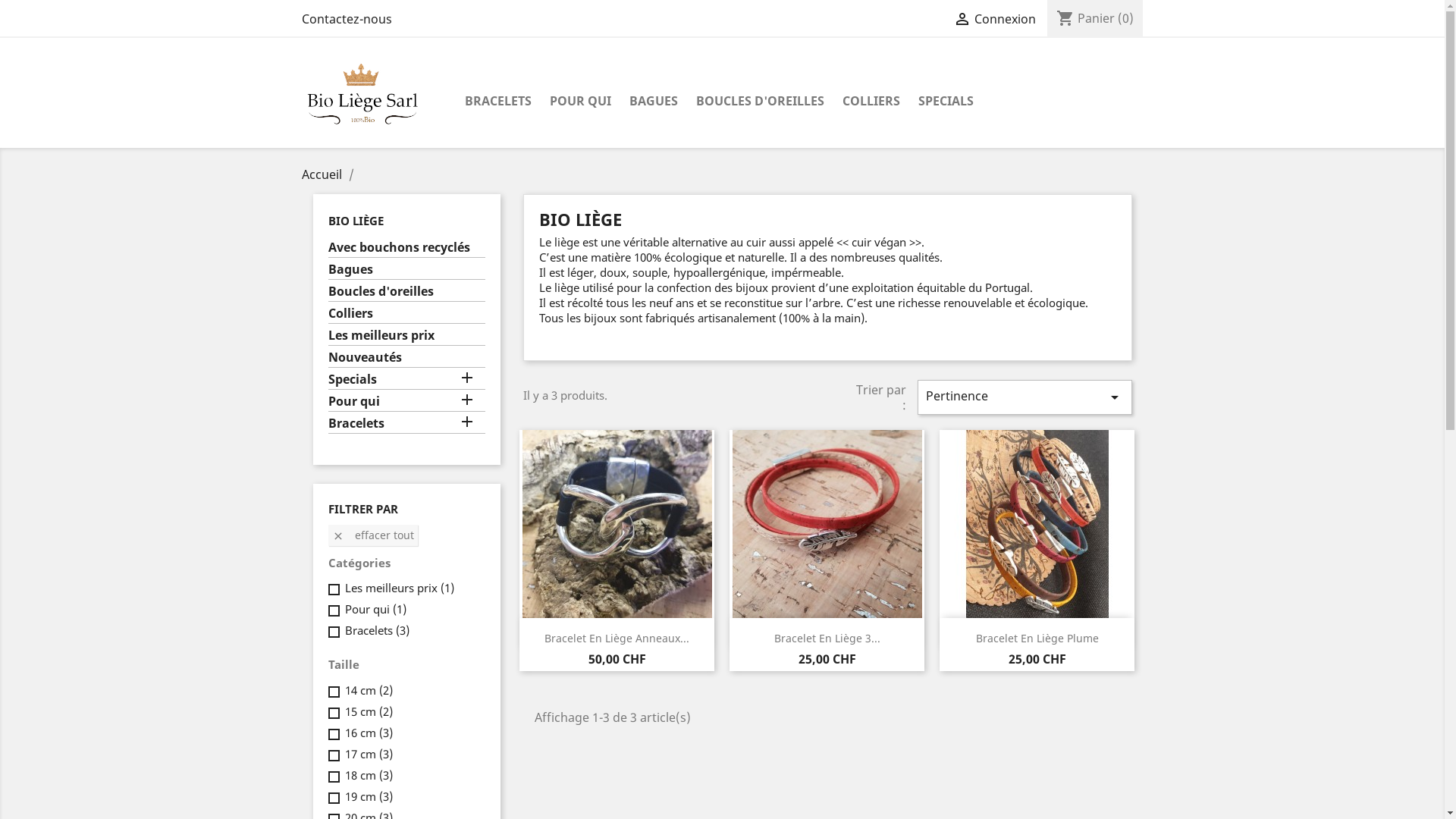  I want to click on '18 cm (3)', so click(368, 775).